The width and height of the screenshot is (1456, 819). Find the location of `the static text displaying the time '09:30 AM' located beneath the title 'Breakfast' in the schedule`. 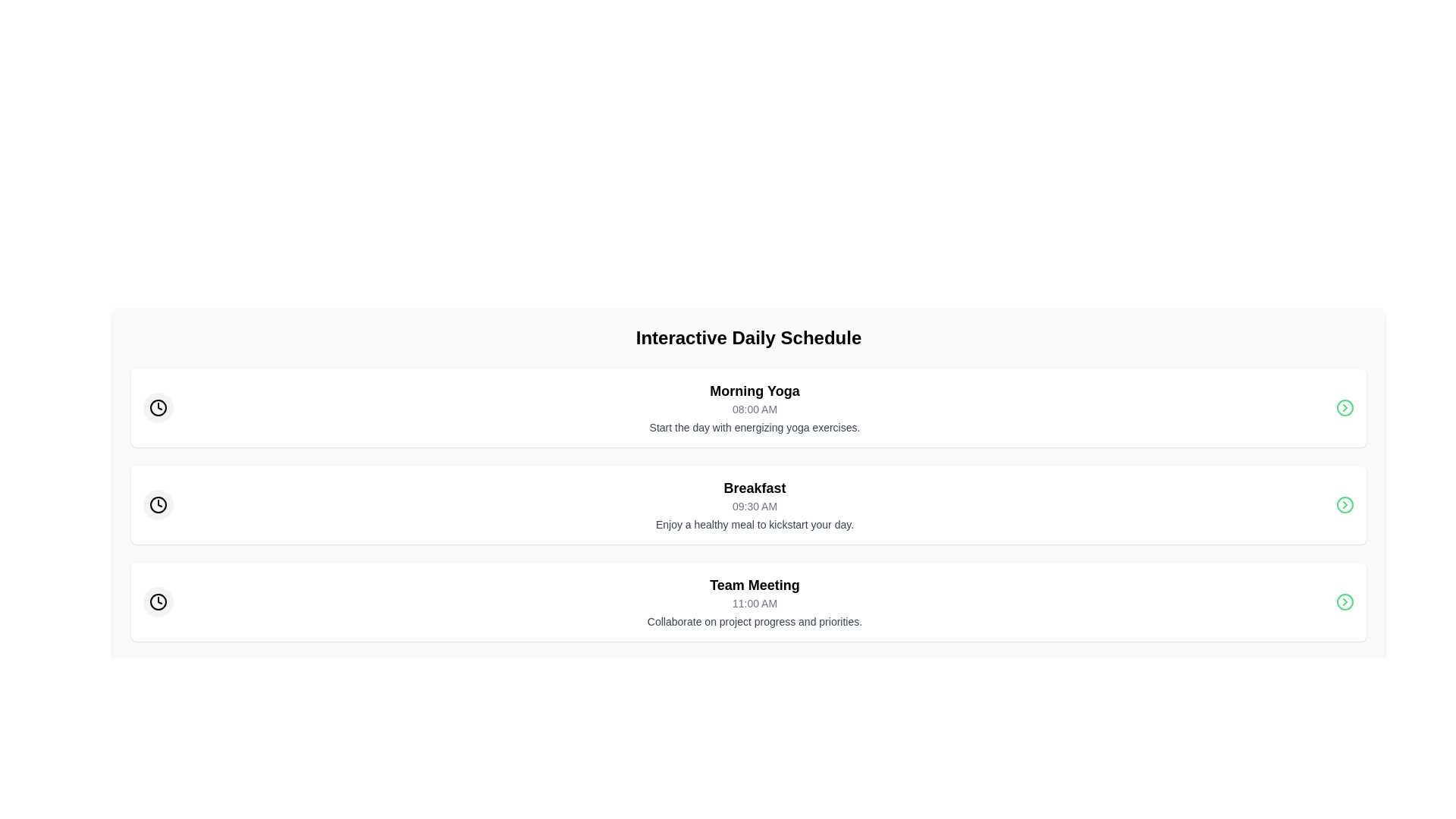

the static text displaying the time '09:30 AM' located beneath the title 'Breakfast' in the schedule is located at coordinates (755, 506).